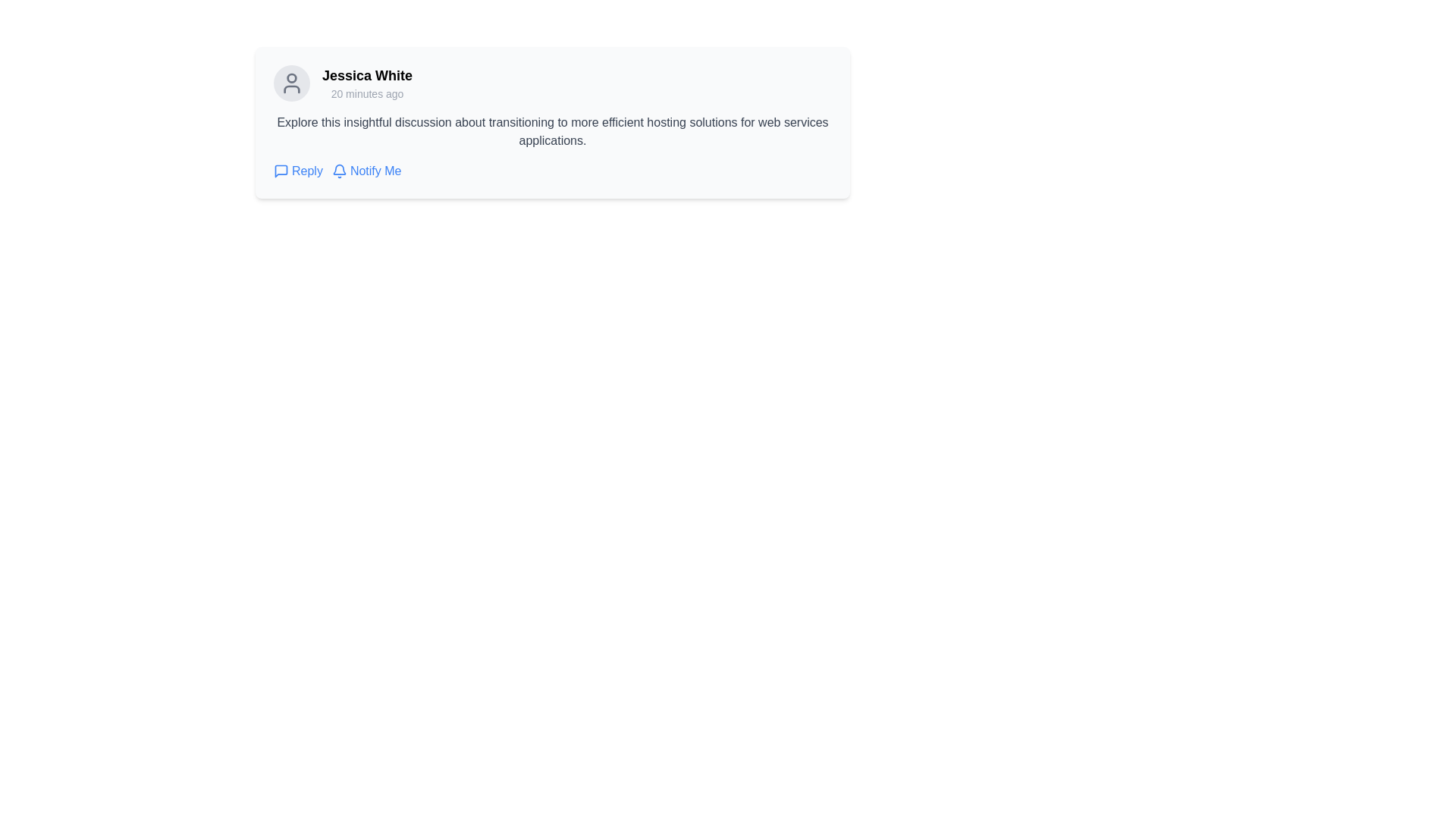  I want to click on the circular profile image icon with a light-gray background that contains a user SVG illustration, so click(291, 83).